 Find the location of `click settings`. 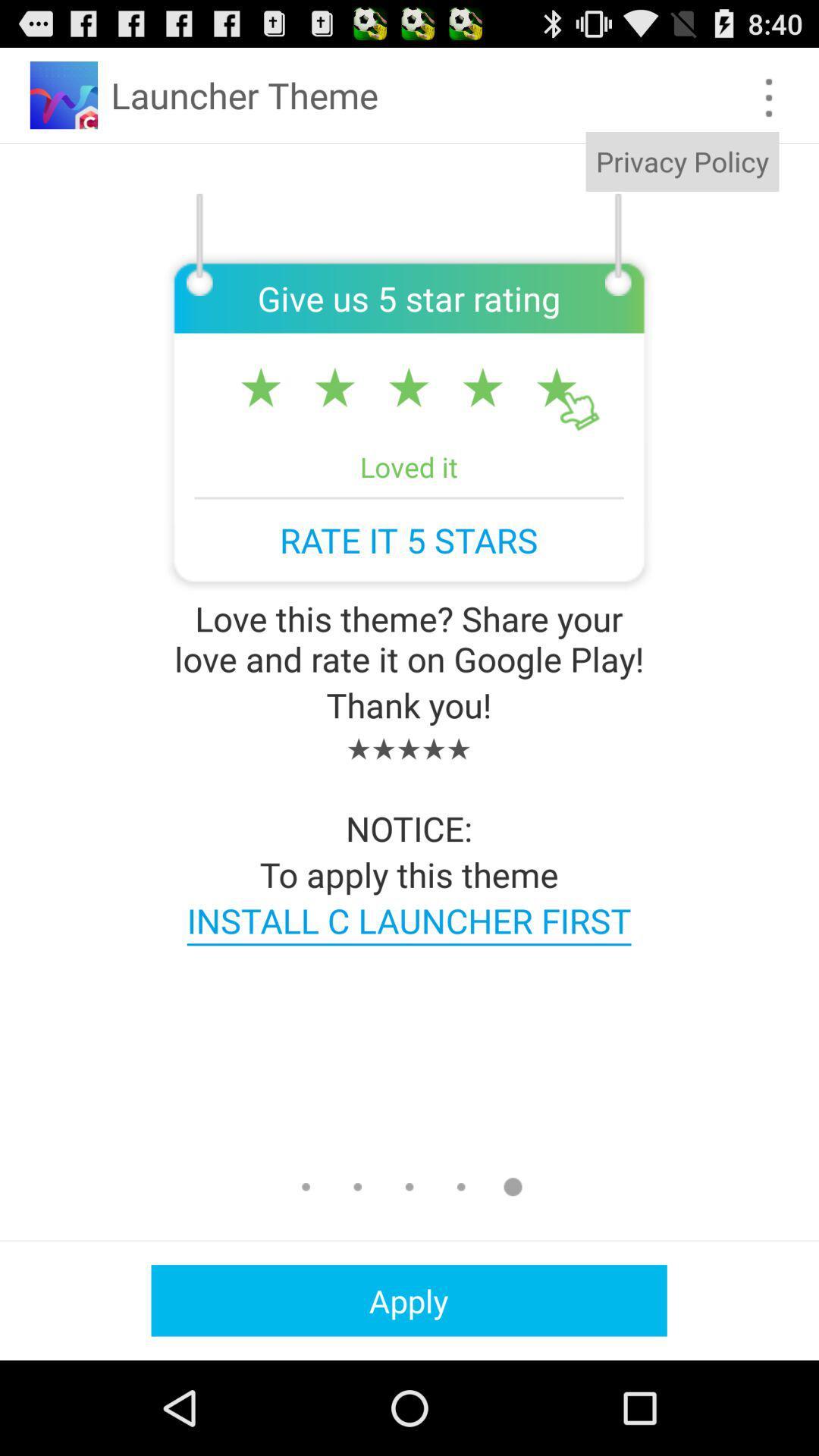

click settings is located at coordinates (769, 97).